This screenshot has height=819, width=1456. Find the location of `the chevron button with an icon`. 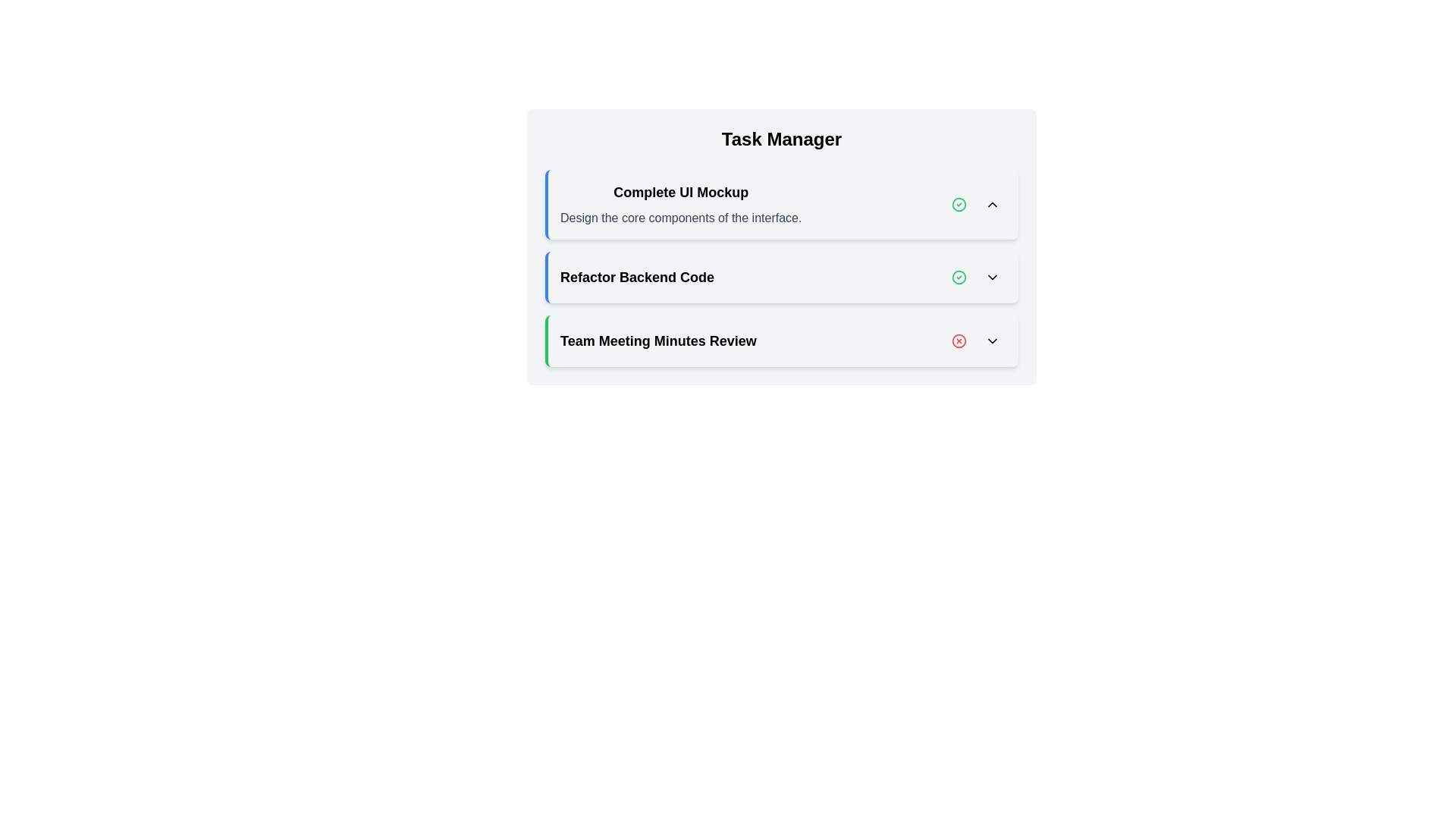

the chevron button with an icon is located at coordinates (993, 341).